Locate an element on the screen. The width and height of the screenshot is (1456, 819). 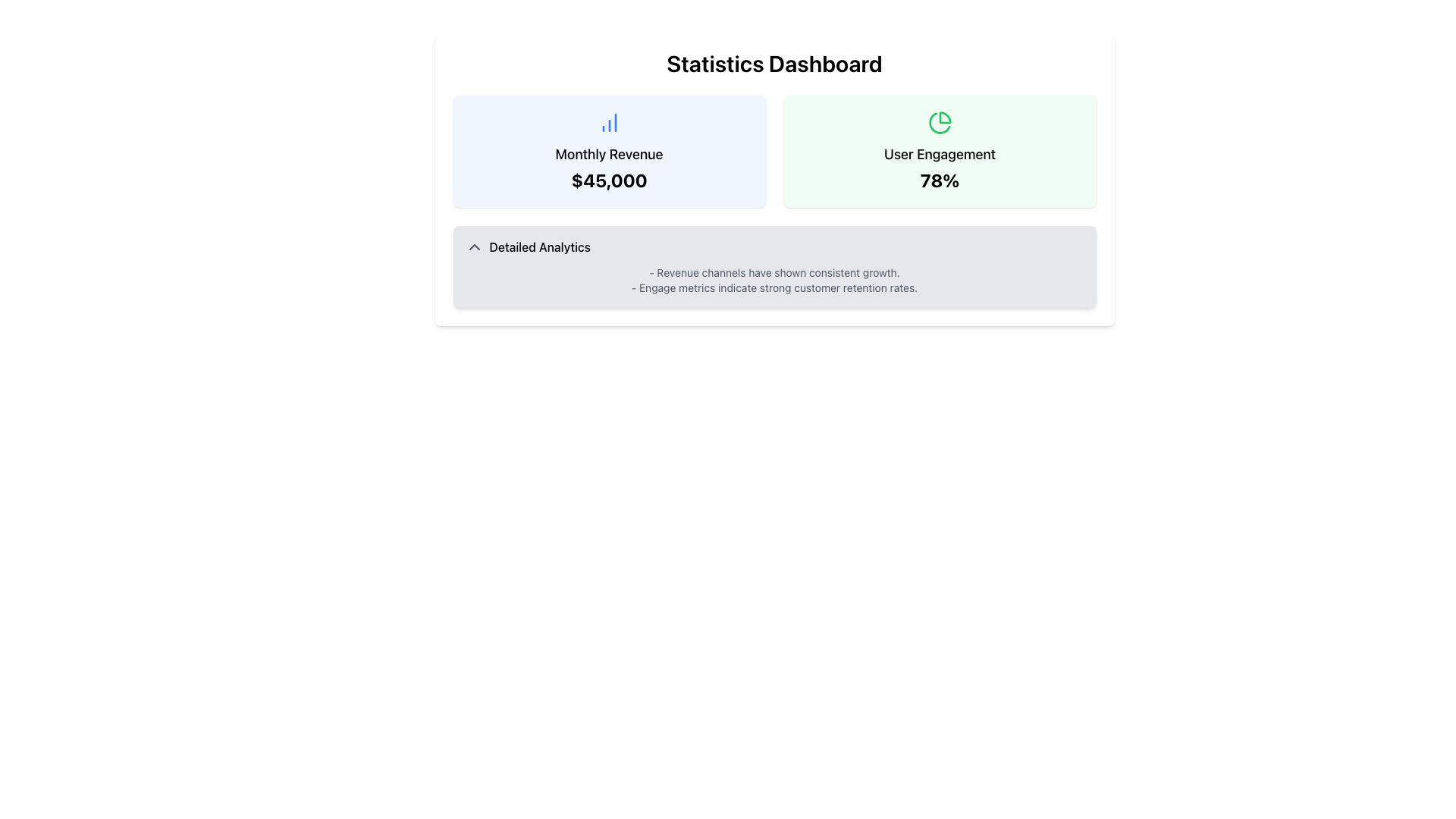
the icon that expands or collapses the 'Detailed Analytics' section is located at coordinates (473, 246).